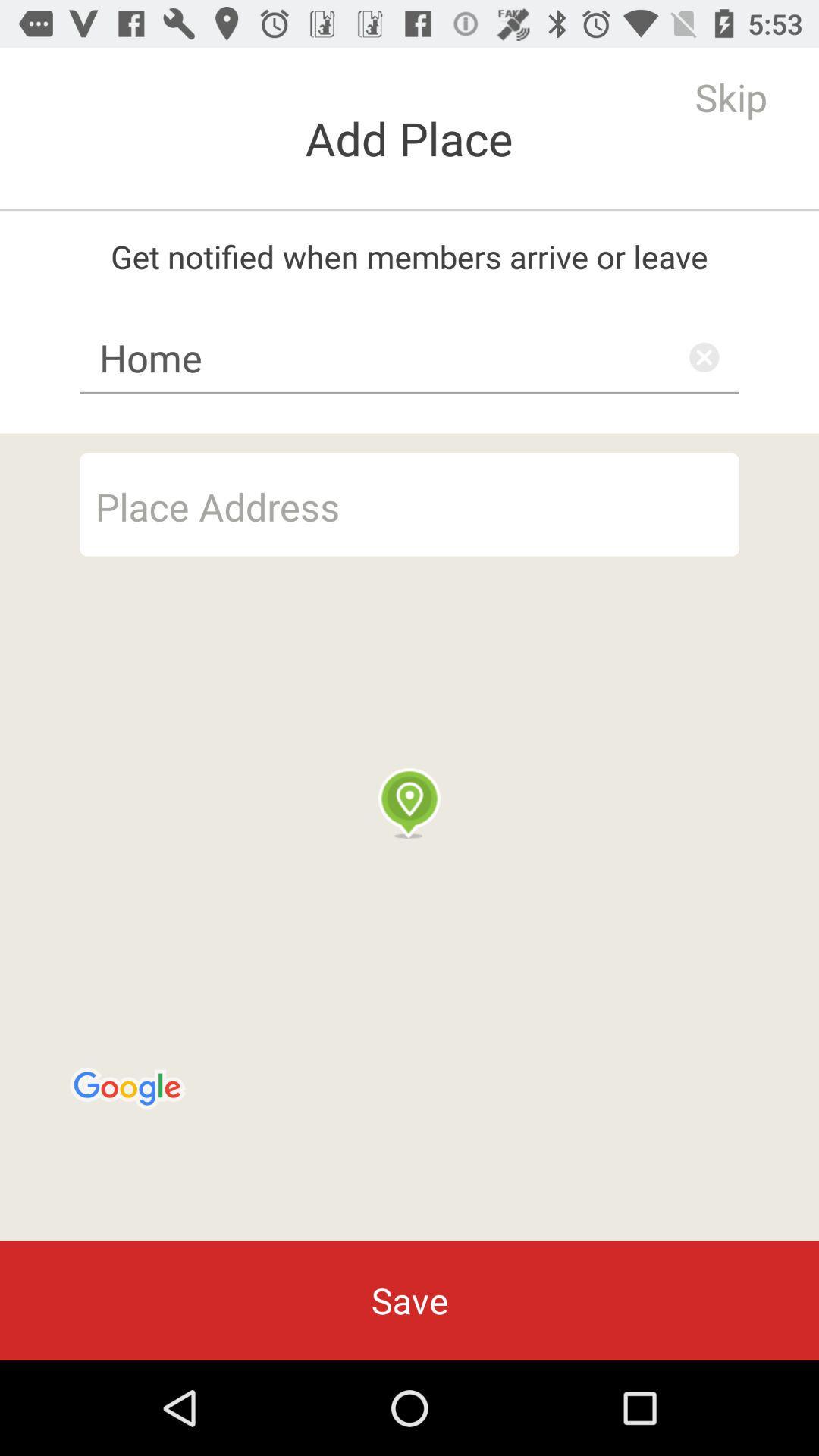 The width and height of the screenshot is (819, 1456). What do you see at coordinates (409, 356) in the screenshot?
I see `the item below get notified when item` at bounding box center [409, 356].